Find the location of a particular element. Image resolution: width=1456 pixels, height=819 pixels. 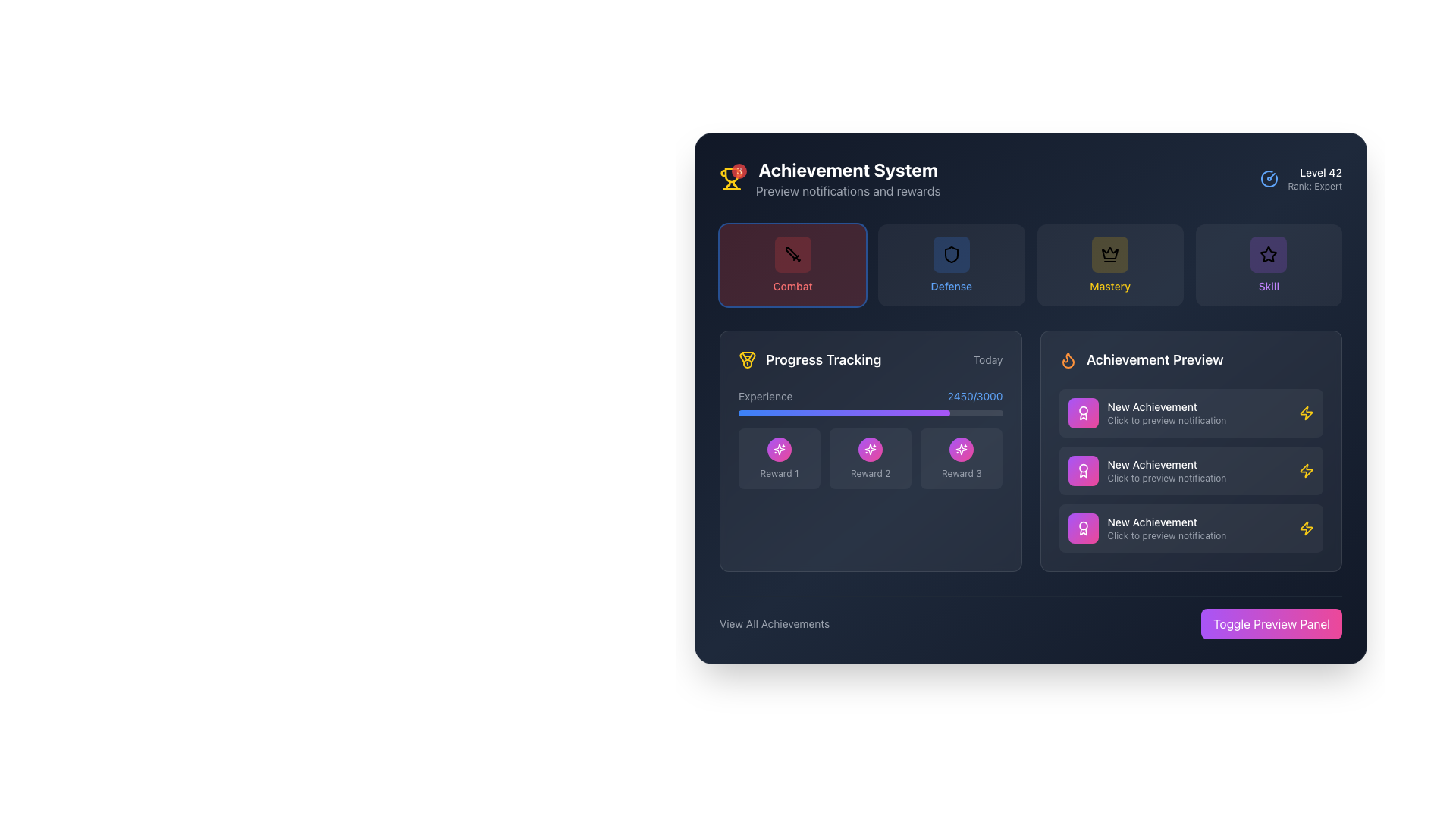

the 'Defense' button, which is a dark button with a shield icon and blue text, located between the 'Combat' and 'Mastery' buttons is located at coordinates (950, 265).